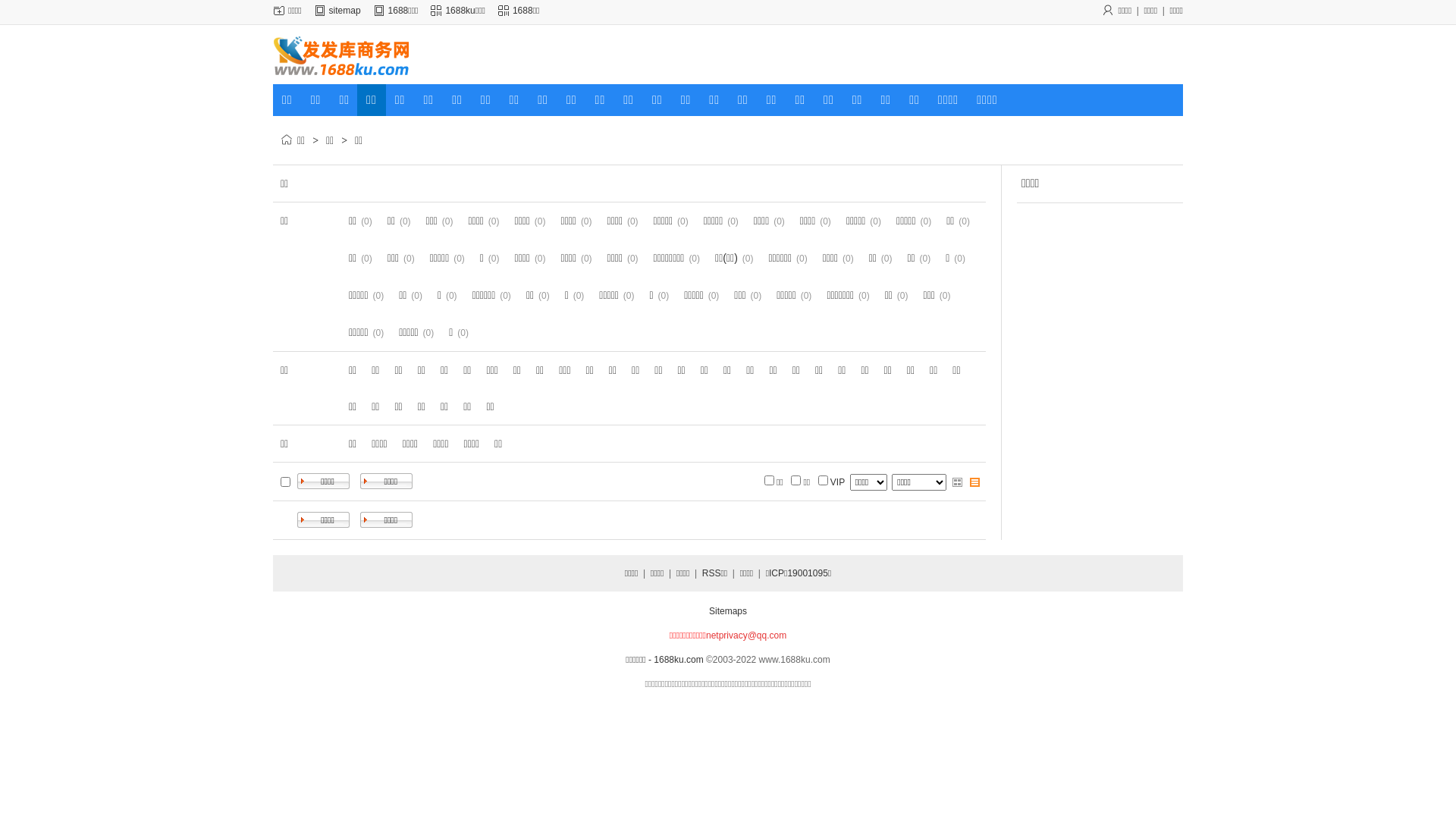 This screenshot has height=819, width=1456. I want to click on 'Sitemaps', so click(728, 610).